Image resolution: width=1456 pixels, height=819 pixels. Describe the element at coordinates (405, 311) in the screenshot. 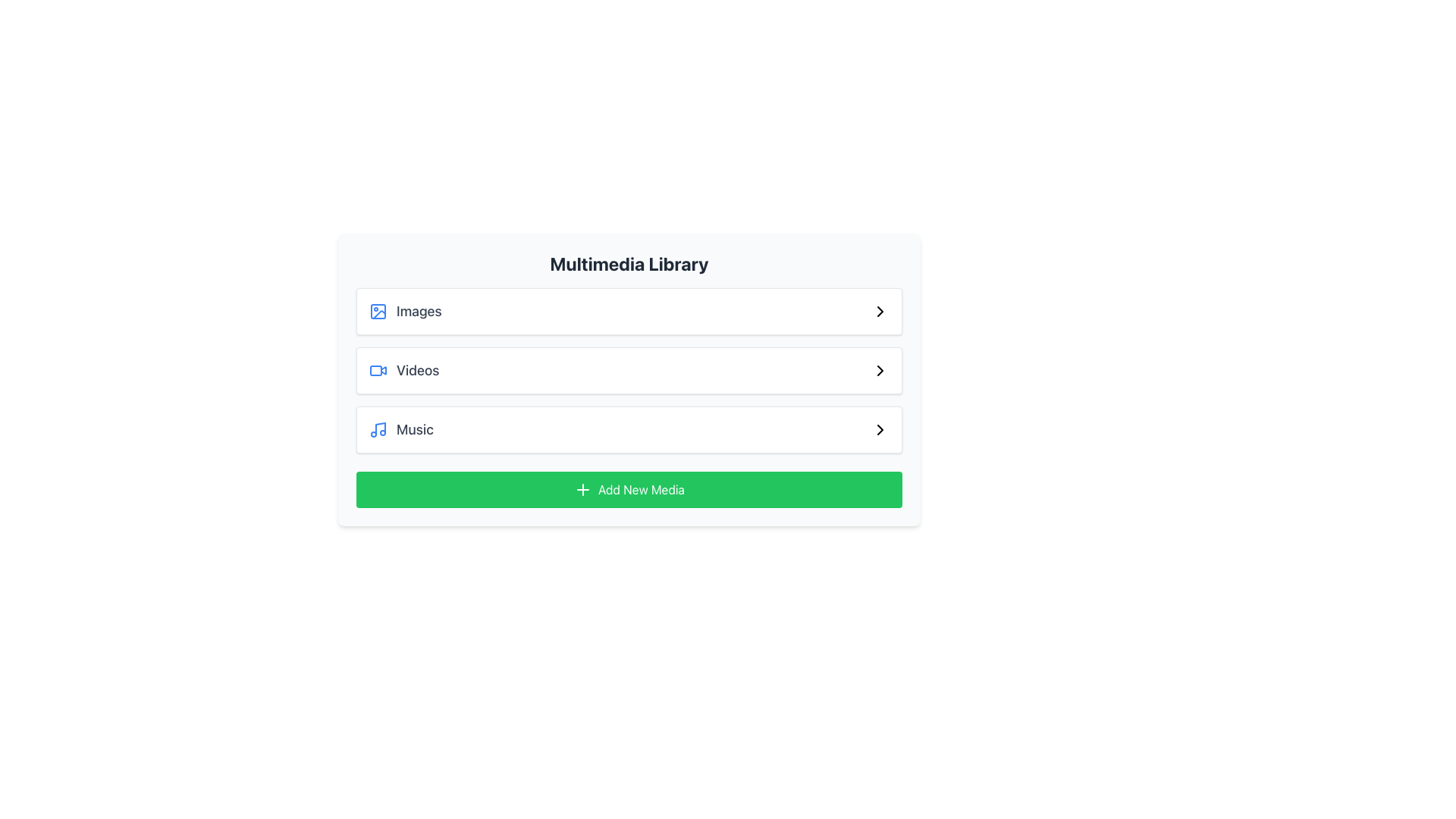

I see `the 'Images' menu item, which is the first option in the 'Multimedia Library' box` at that location.